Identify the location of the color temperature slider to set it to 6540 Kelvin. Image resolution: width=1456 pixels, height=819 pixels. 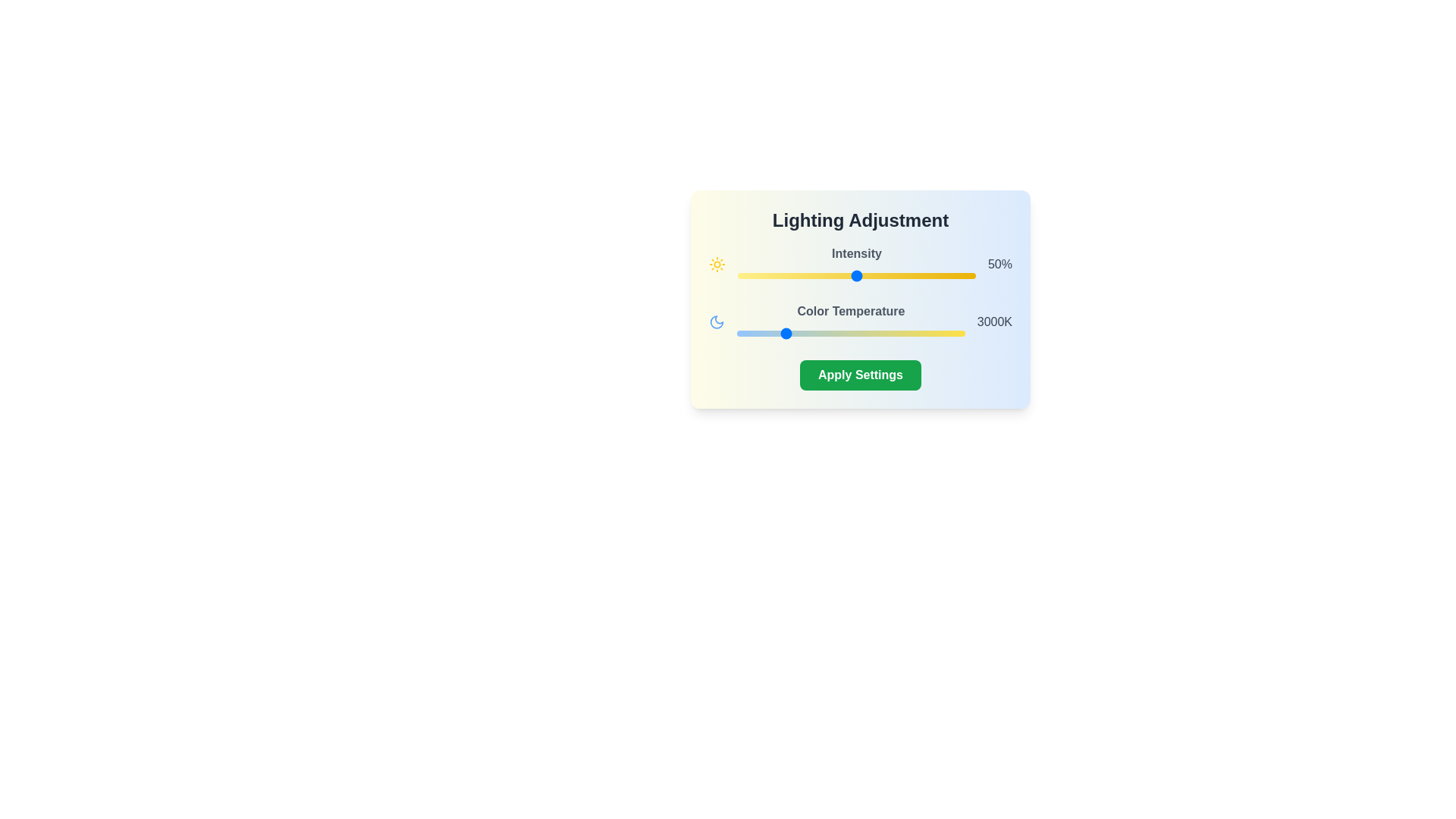
(943, 332).